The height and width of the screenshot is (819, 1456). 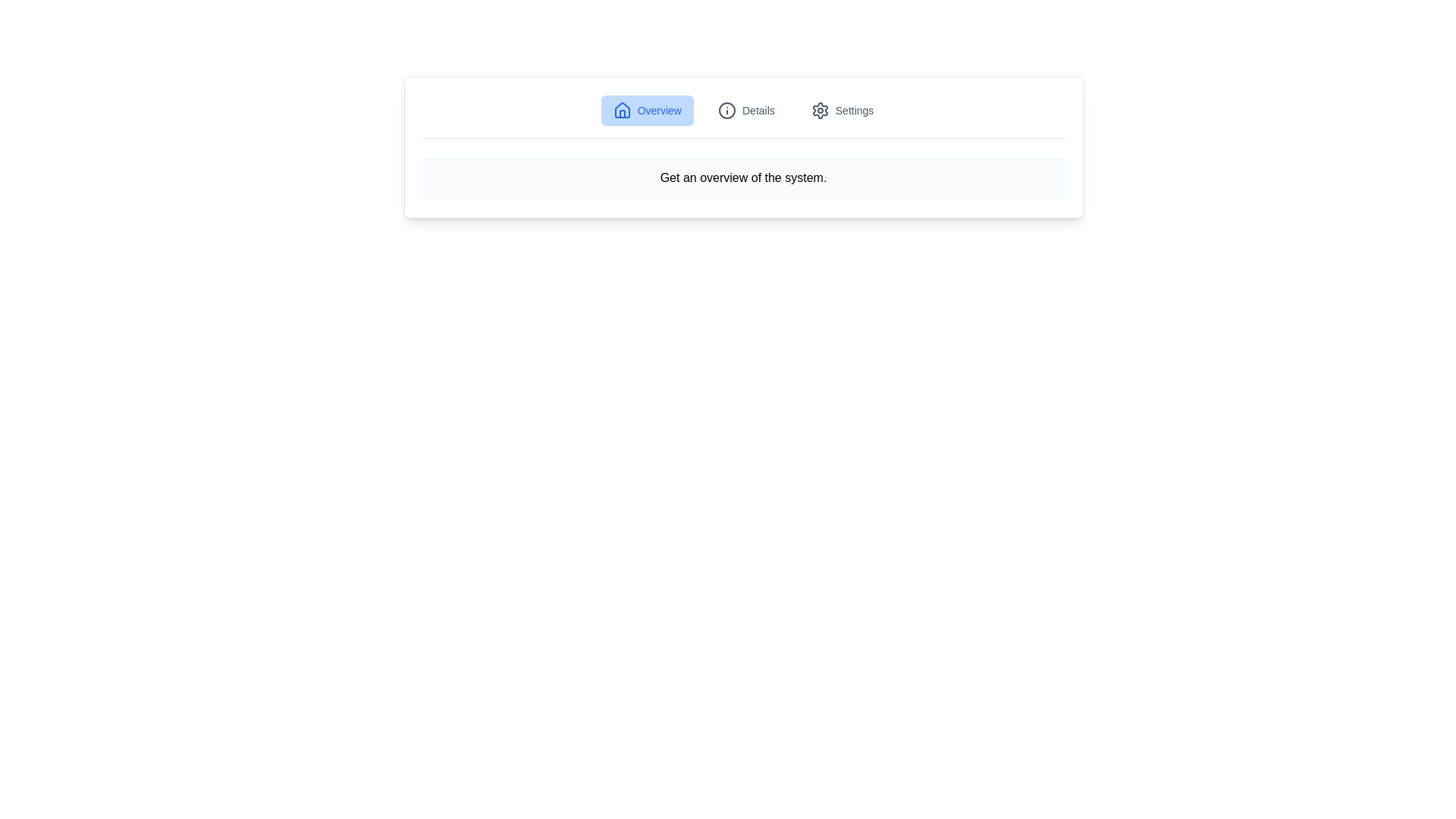 I want to click on the first button in the top-center navigation bar to trigger its hover state, which leads to the 'Overview' section of the application, so click(x=647, y=110).